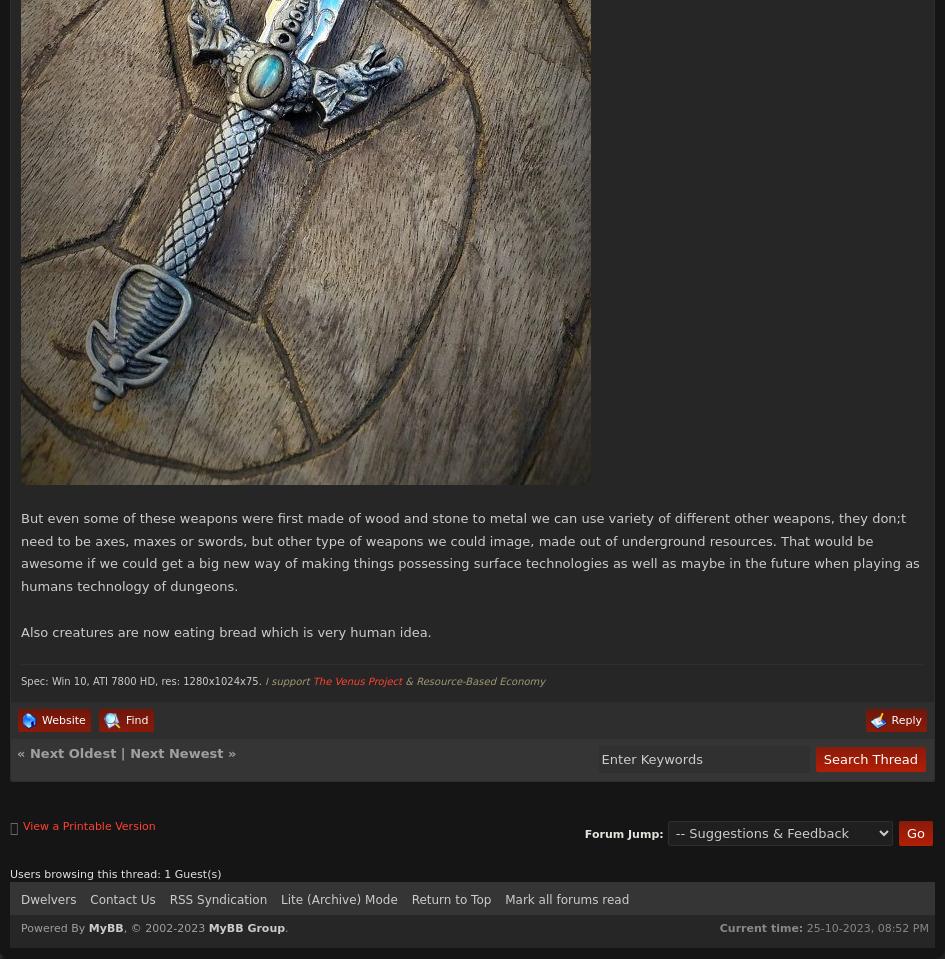 This screenshot has width=945, height=959. What do you see at coordinates (245, 927) in the screenshot?
I see `'MyBB Group'` at bounding box center [245, 927].